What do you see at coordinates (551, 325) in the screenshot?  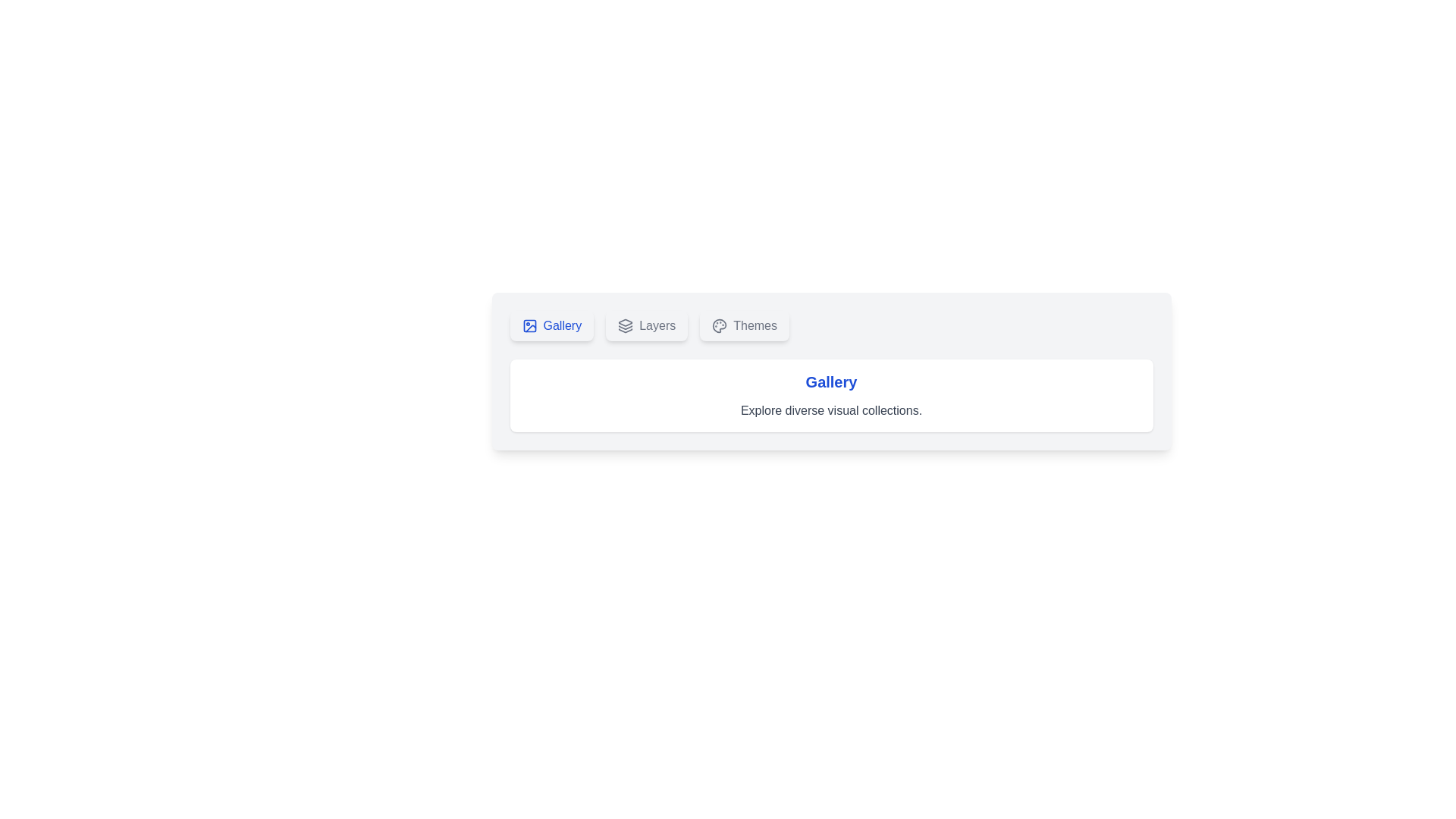 I see `the tab labeled 'Gallery' and observe its icon and label` at bounding box center [551, 325].